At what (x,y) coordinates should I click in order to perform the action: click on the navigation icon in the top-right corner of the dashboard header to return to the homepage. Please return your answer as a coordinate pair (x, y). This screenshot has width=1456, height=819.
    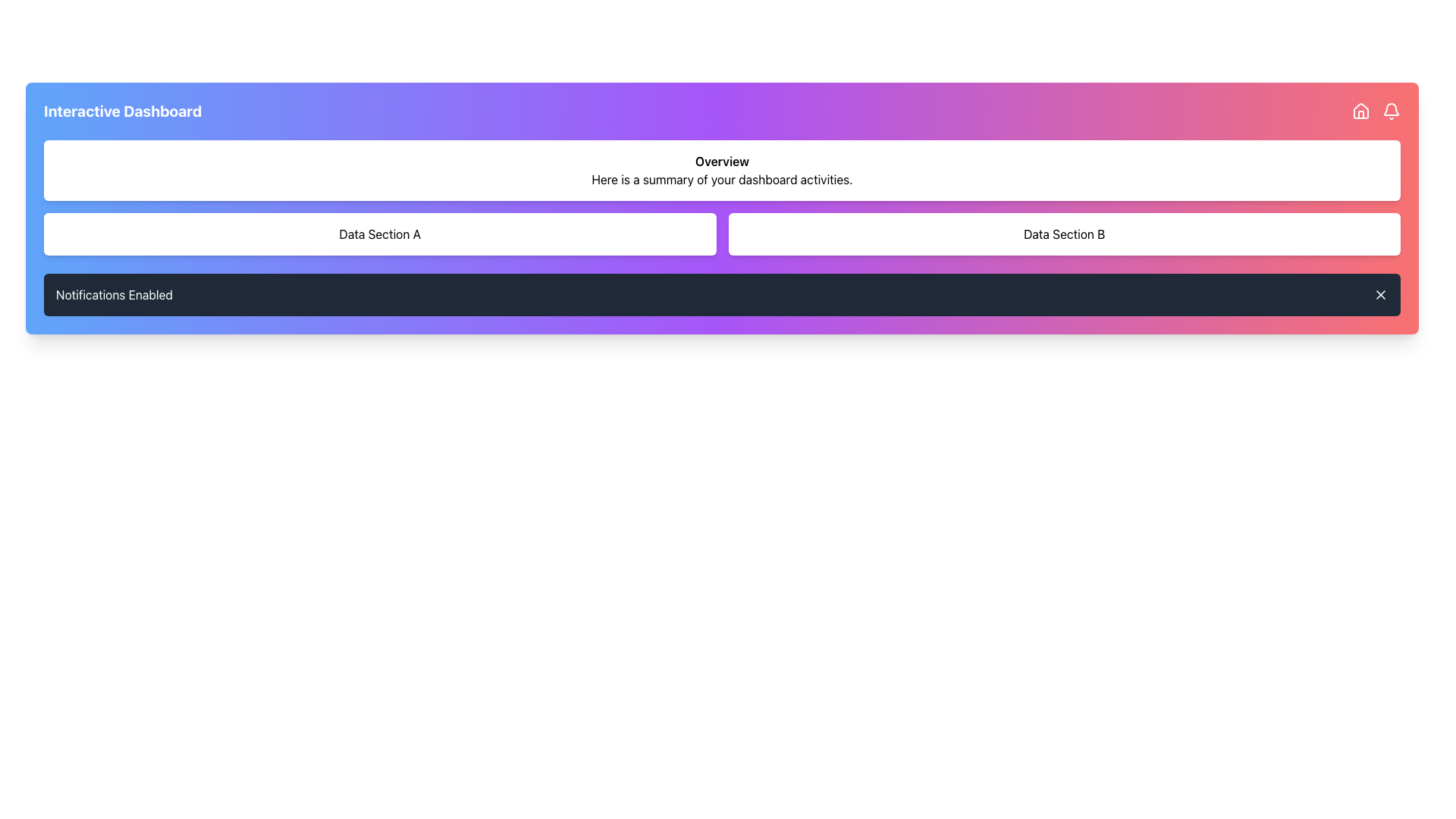
    Looking at the image, I should click on (1361, 110).